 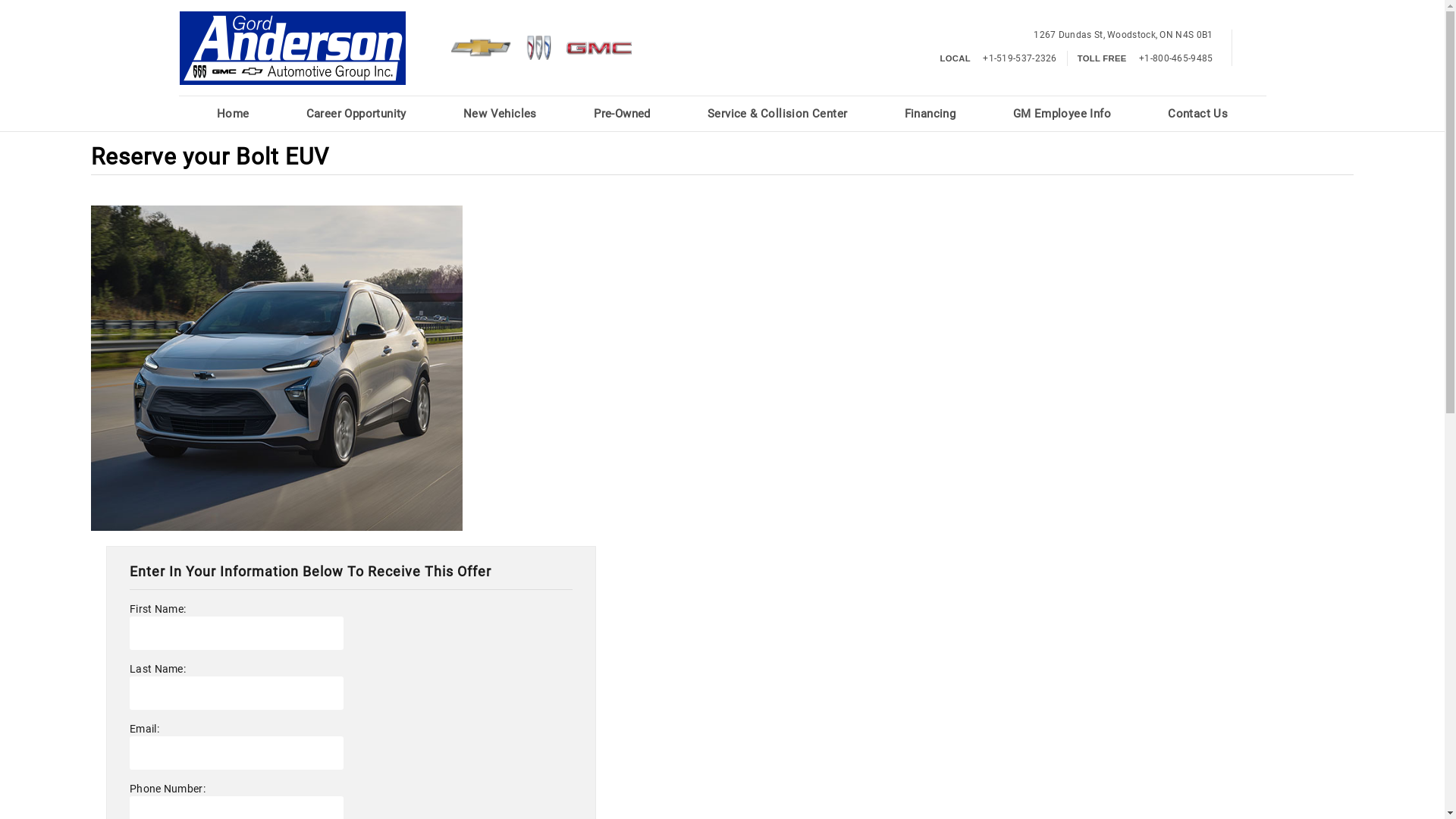 What do you see at coordinates (622, 113) in the screenshot?
I see `'Pre-Owned'` at bounding box center [622, 113].